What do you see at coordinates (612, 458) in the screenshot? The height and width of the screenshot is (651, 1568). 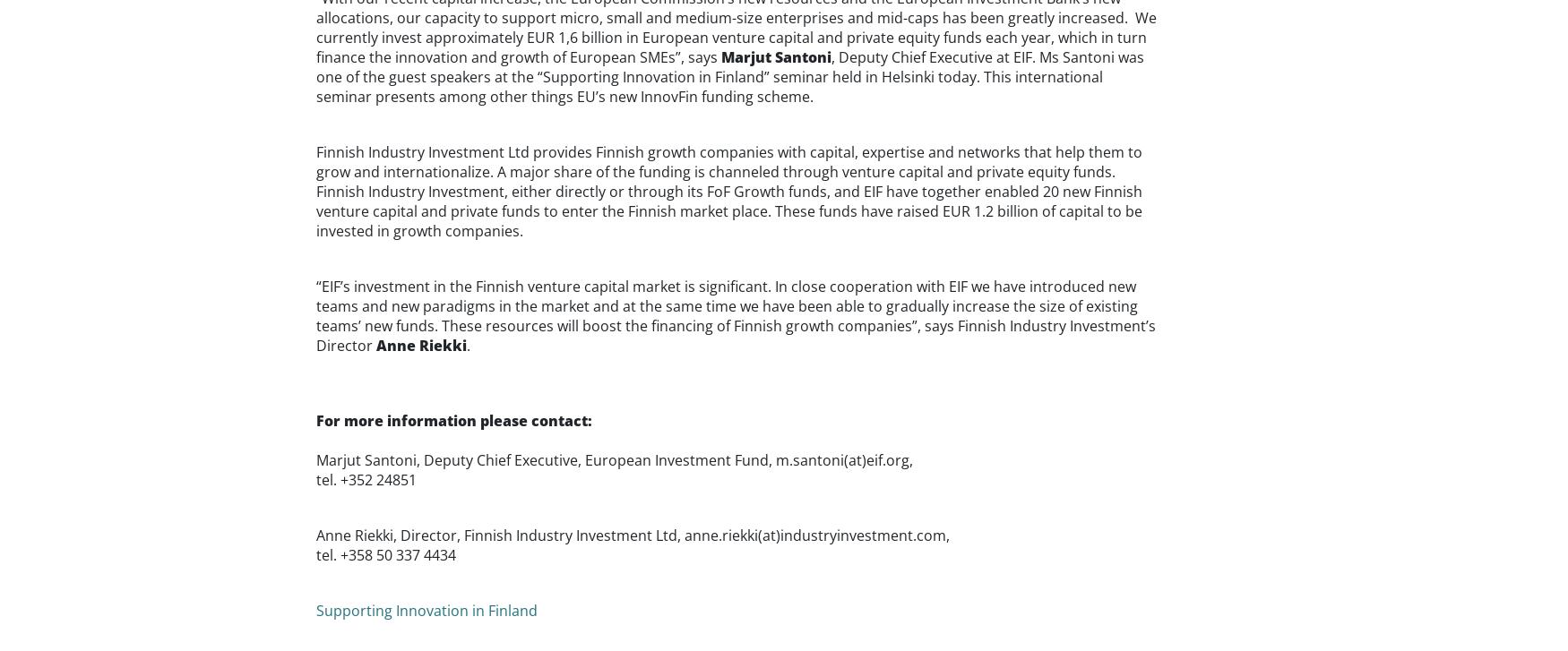 I see `'Marjut Santoni, Deputy Chief Executive, European Investment Fund, m.santoni(at)eif.org,'` at bounding box center [612, 458].